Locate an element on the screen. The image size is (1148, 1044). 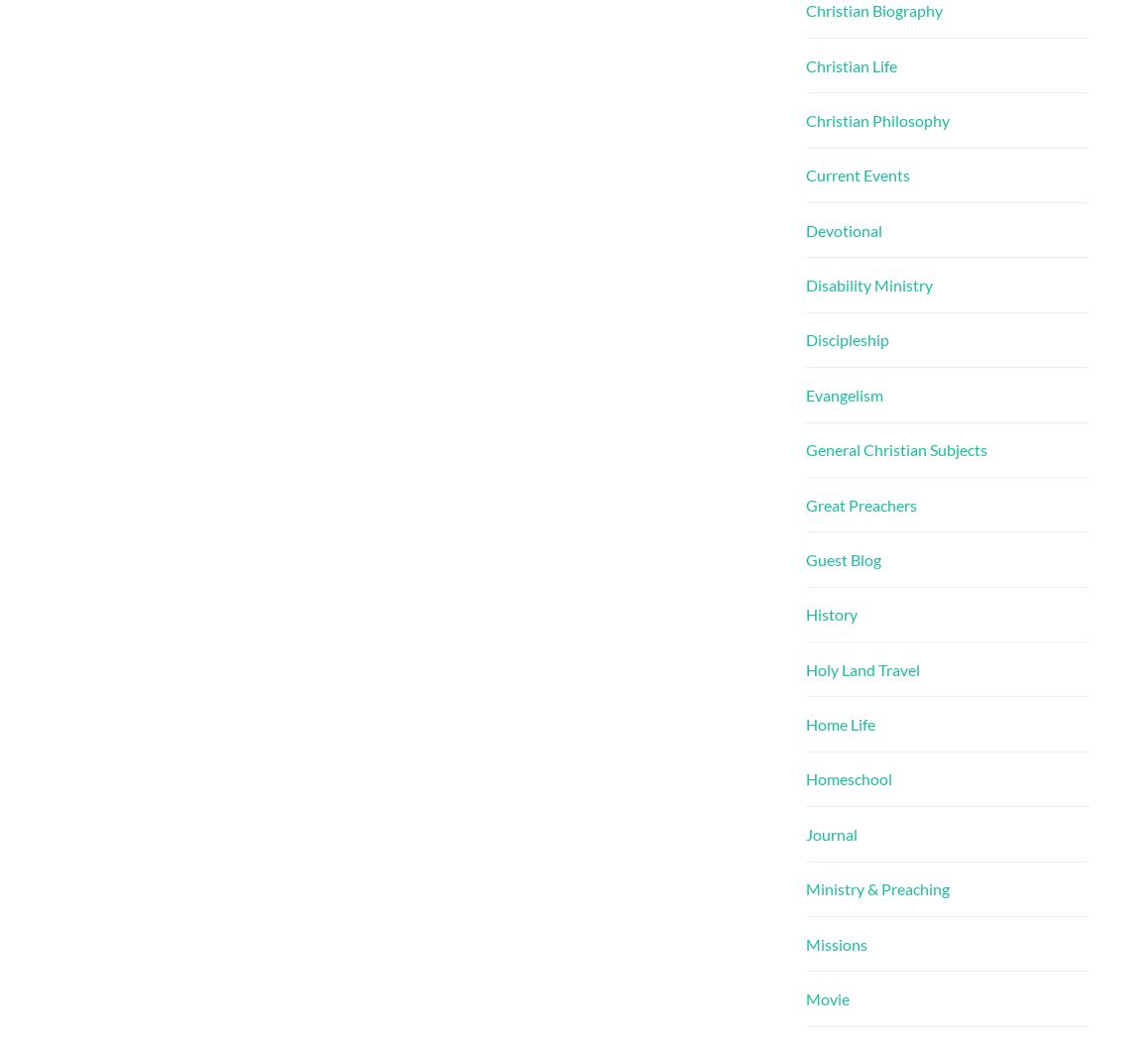
'Great Preachers' is located at coordinates (805, 504).